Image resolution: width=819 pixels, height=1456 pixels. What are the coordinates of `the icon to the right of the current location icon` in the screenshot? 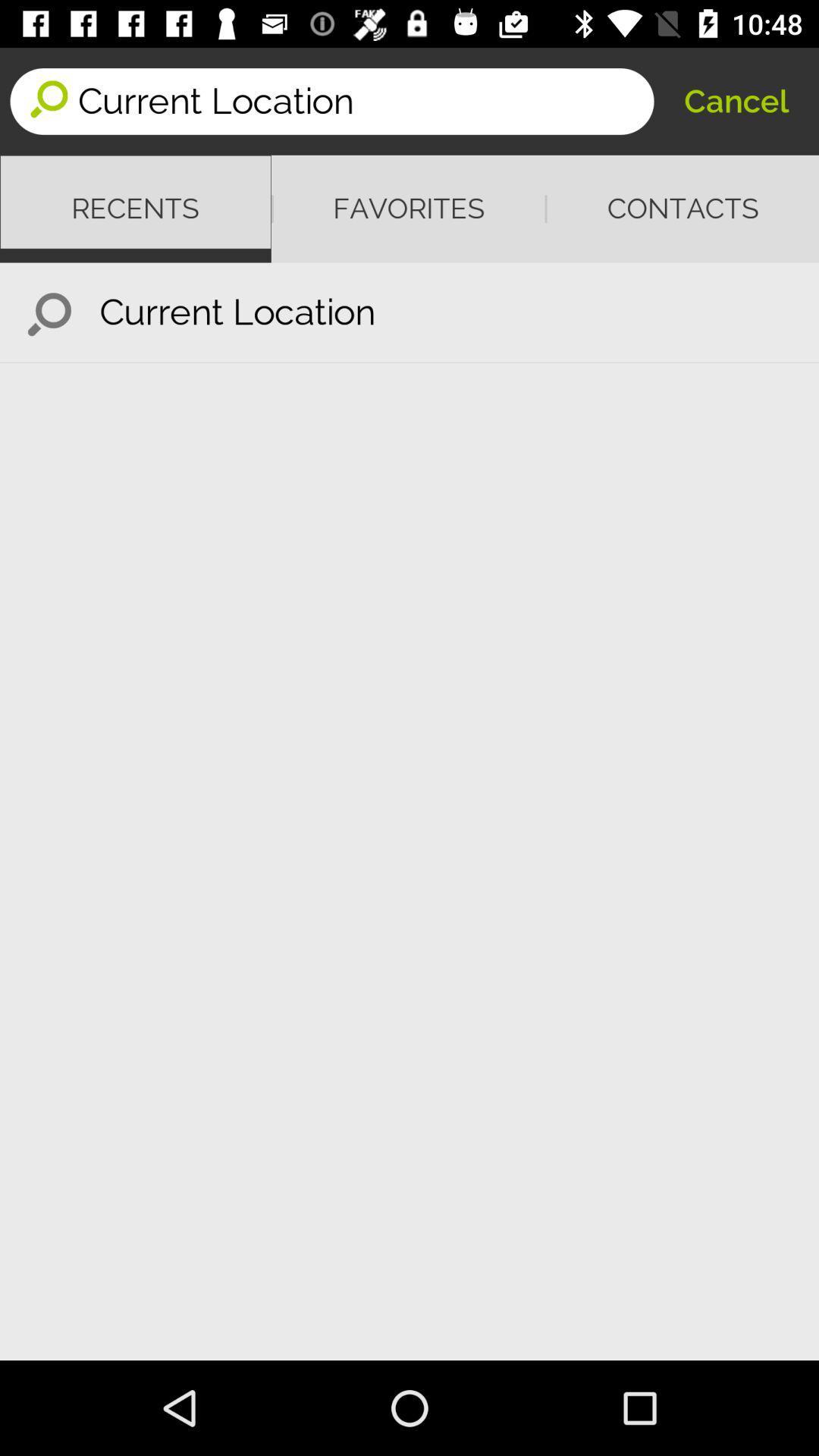 It's located at (736, 100).